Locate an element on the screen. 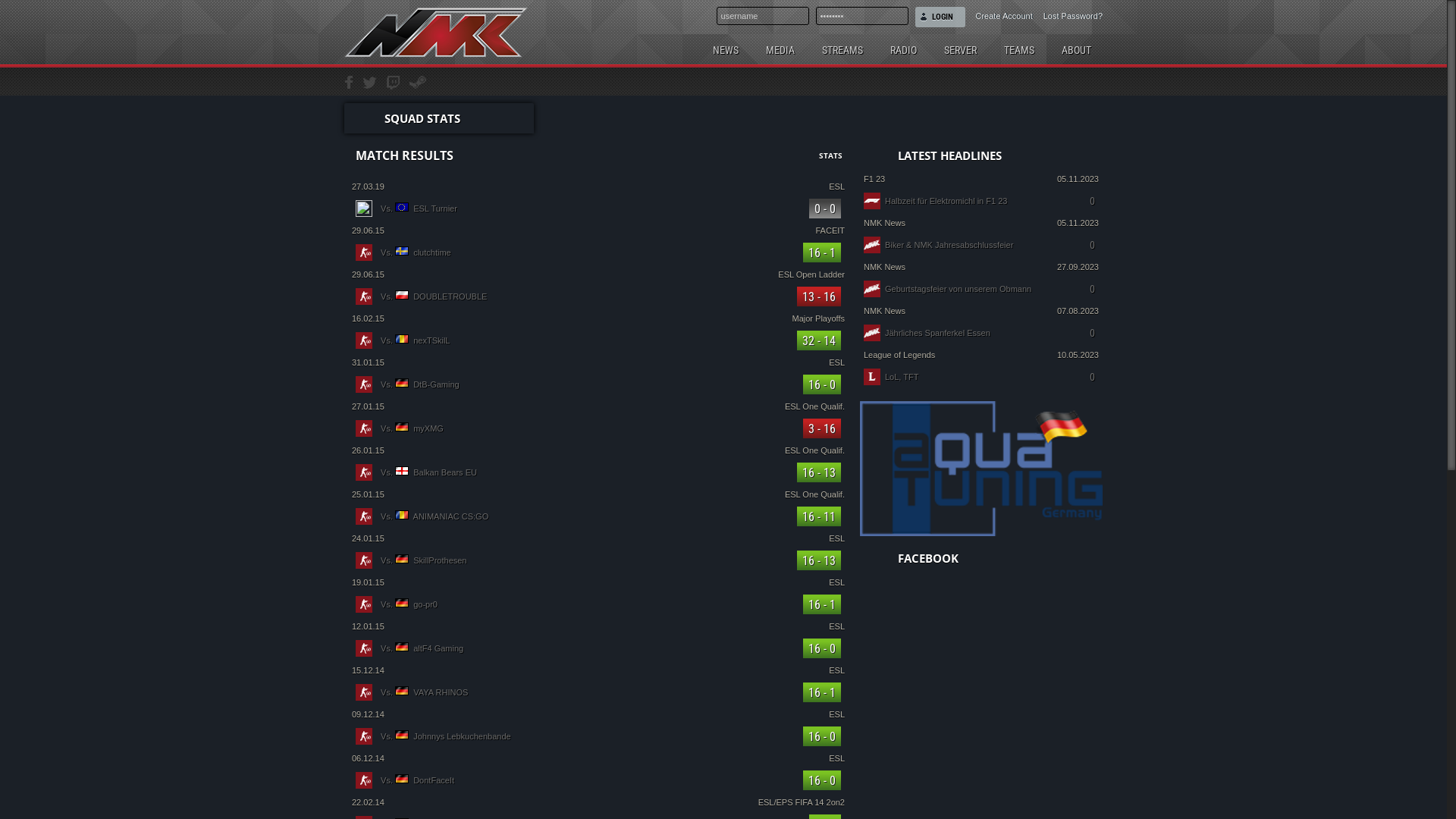 The image size is (1456, 819). '  Vs.   DontFaceIt is located at coordinates (597, 780).